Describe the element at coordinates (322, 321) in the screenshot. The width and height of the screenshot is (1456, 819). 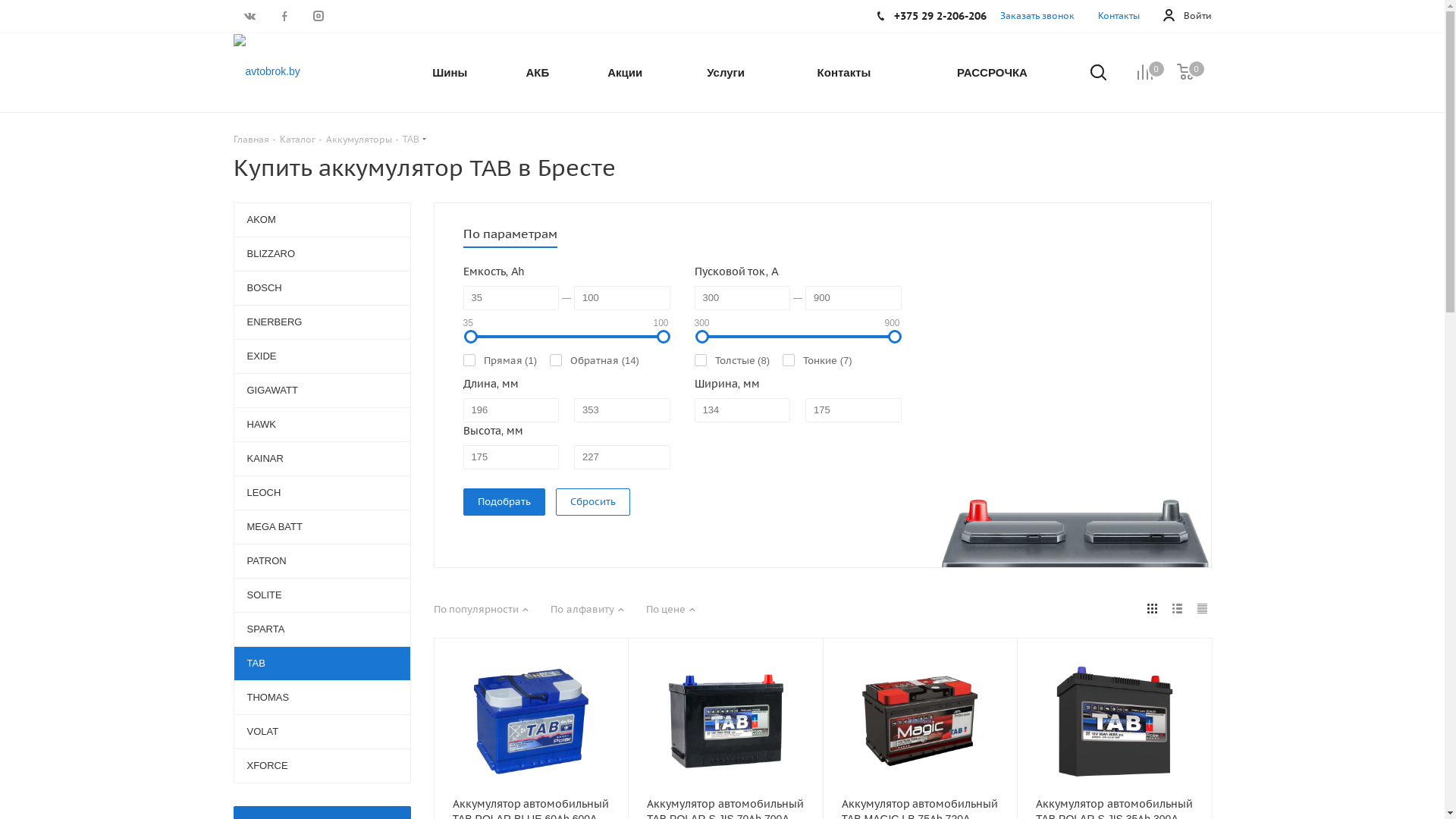
I see `'ENERBERG'` at that location.